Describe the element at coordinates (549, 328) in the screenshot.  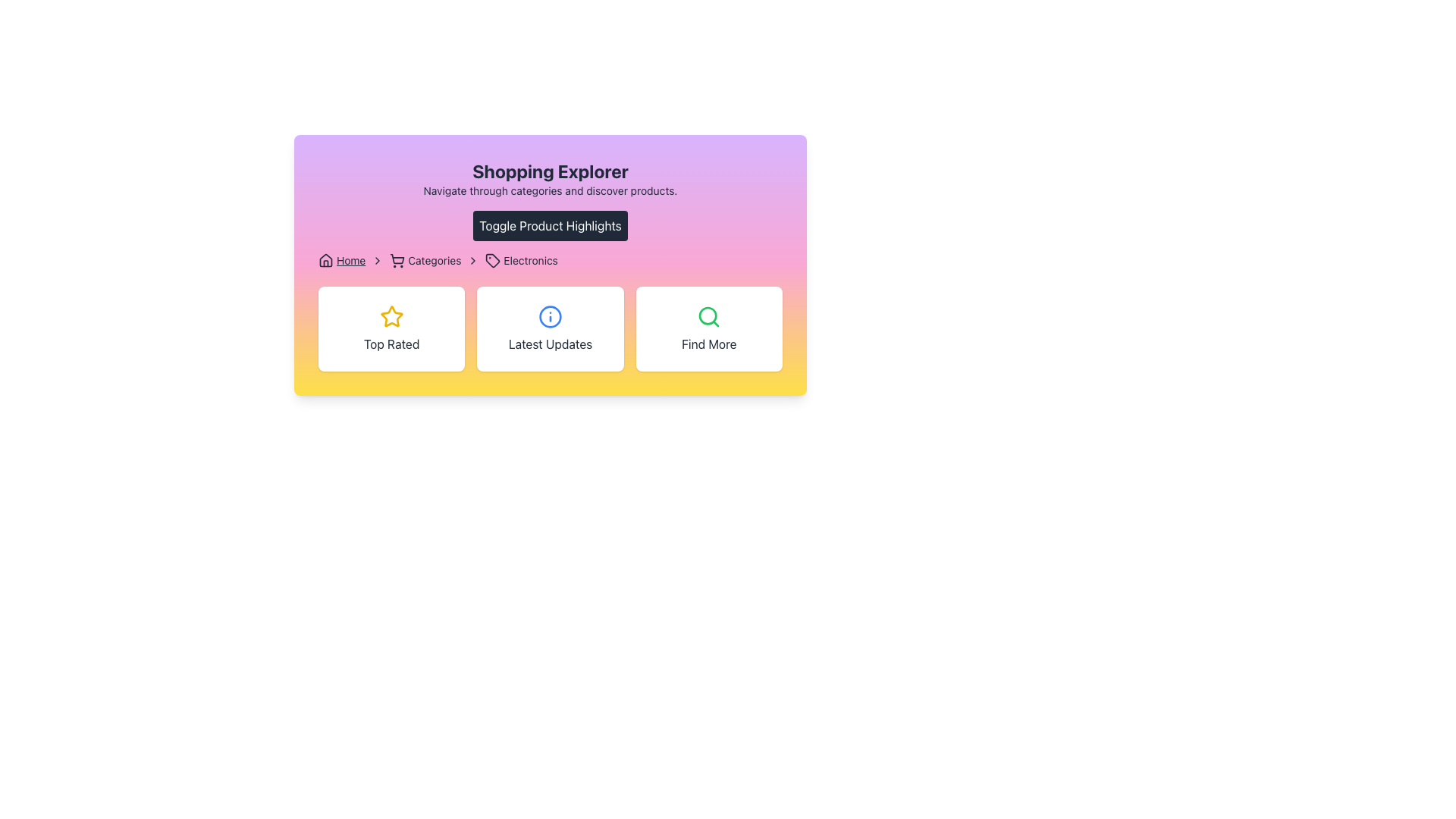
I see `the Grid with multiple buttons located in the lower part of the highlighted card` at that location.